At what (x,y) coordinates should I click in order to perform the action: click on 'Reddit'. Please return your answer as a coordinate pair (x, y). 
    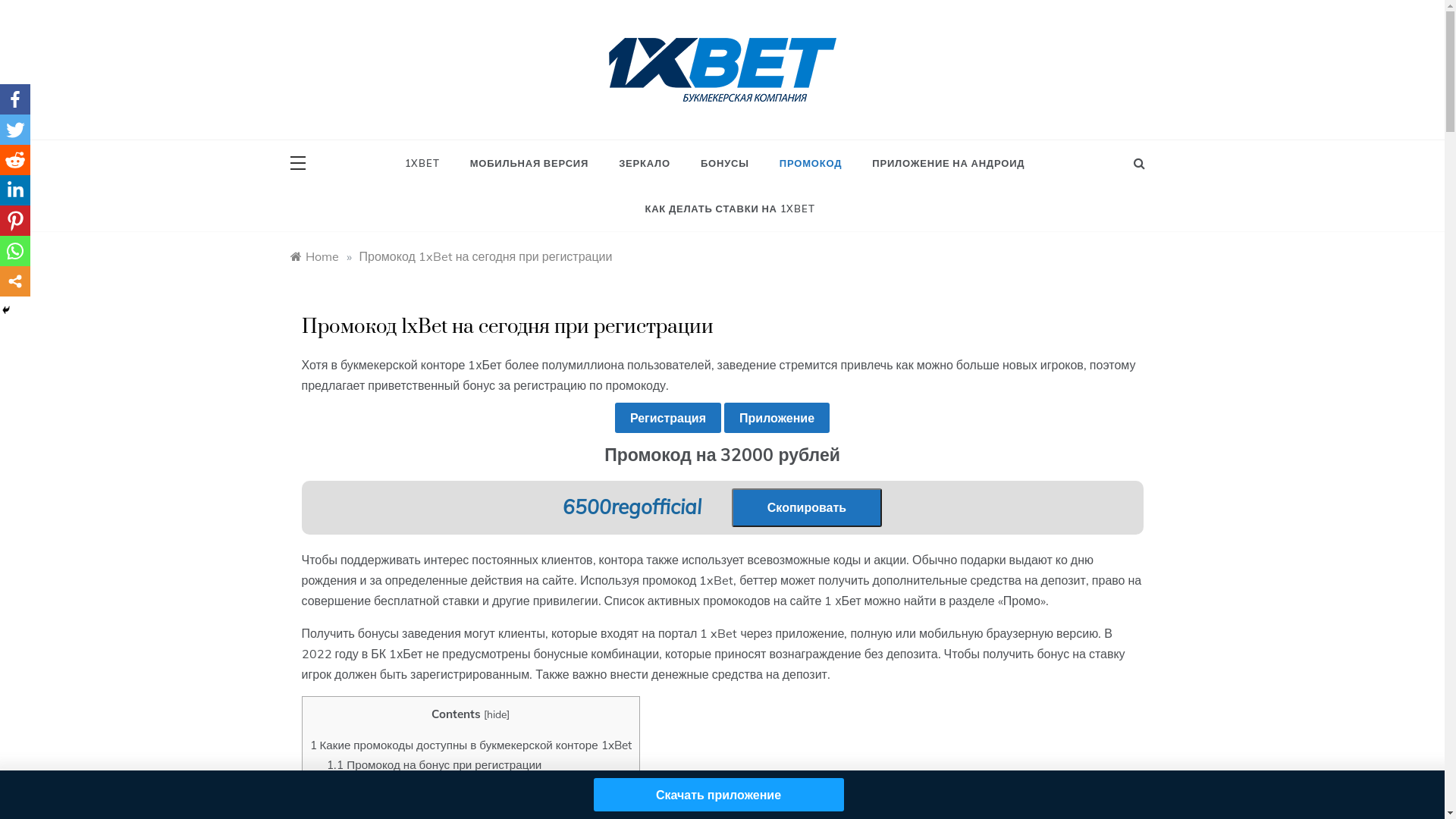
    Looking at the image, I should click on (0, 160).